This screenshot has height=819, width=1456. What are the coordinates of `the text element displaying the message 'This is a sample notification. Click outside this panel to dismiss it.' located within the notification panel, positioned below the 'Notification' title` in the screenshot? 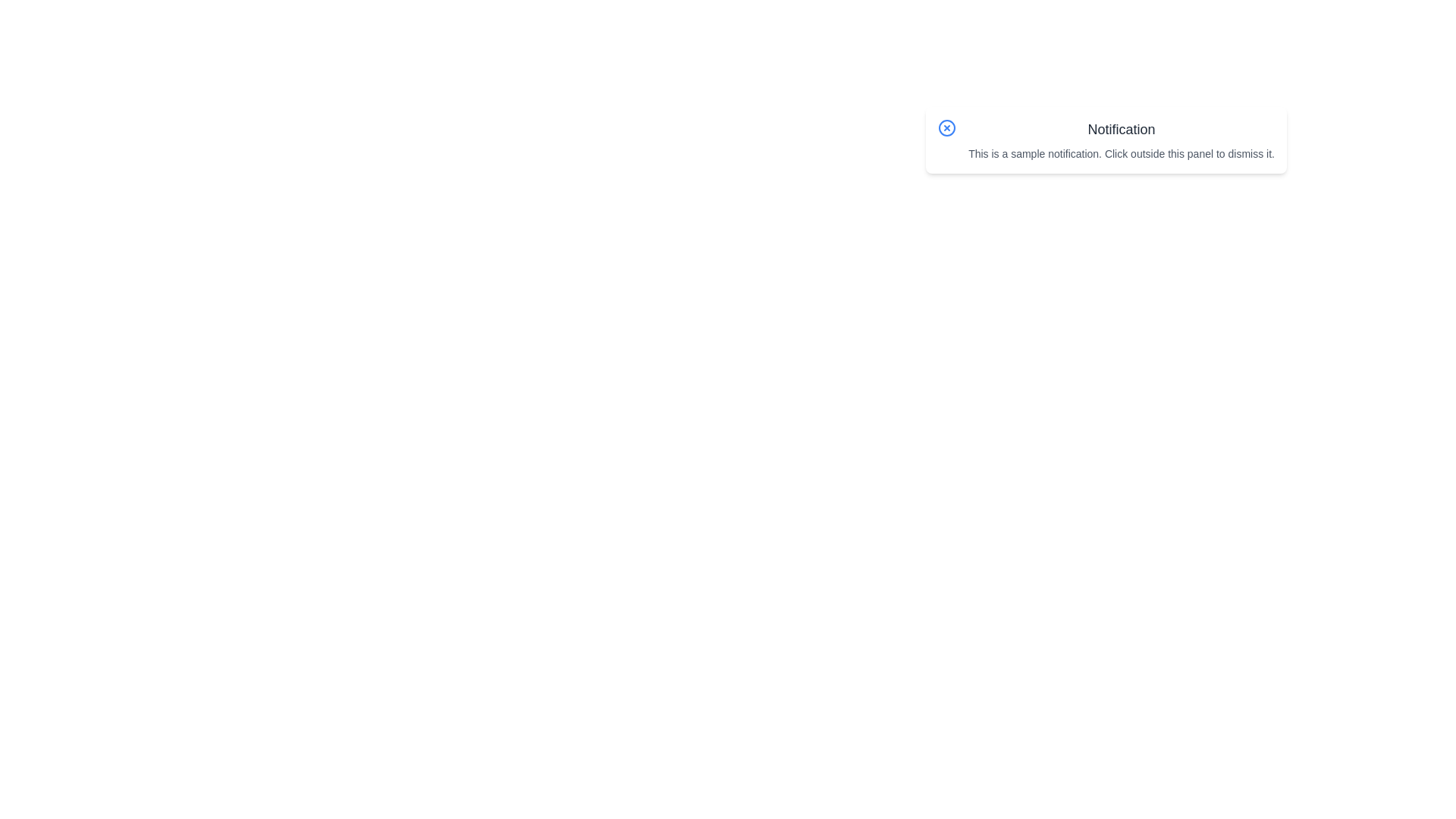 It's located at (1122, 154).